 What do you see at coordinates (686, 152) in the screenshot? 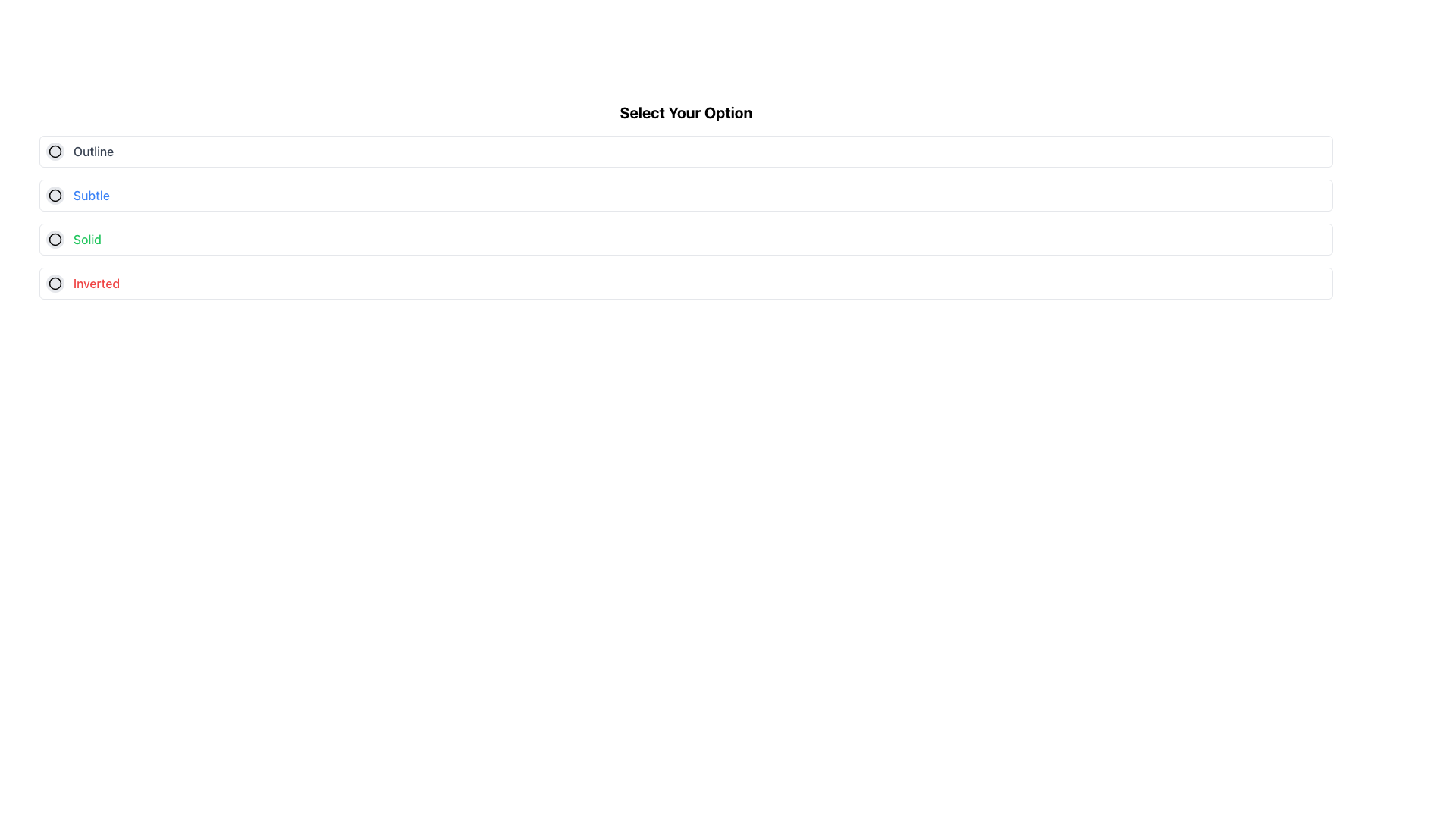
I see `the first radio button in the vertical list` at bounding box center [686, 152].